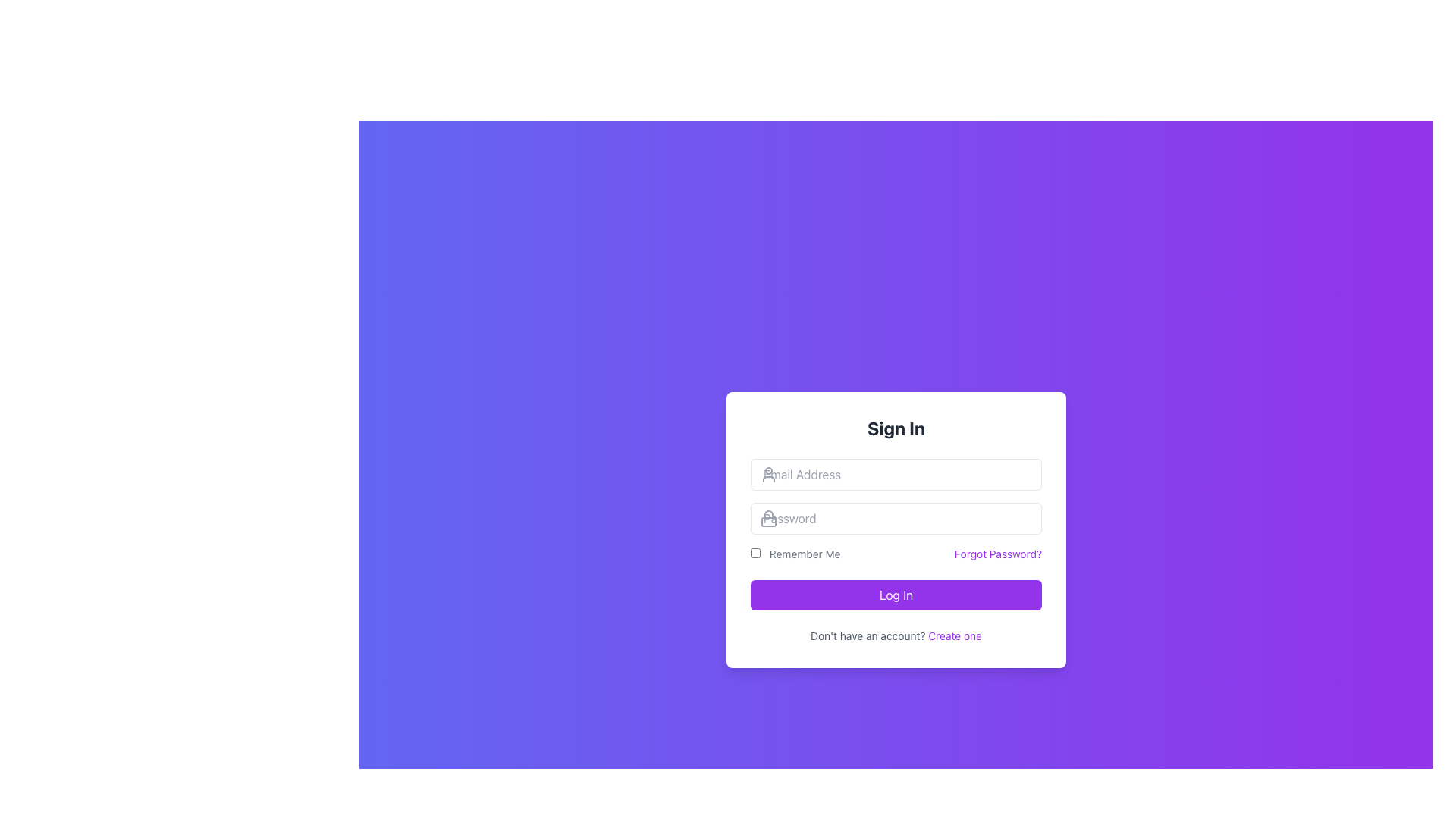 The height and width of the screenshot is (819, 1456). What do you see at coordinates (768, 473) in the screenshot?
I see `the SVG icon representing the user account, which is adjacent to the email address input field` at bounding box center [768, 473].